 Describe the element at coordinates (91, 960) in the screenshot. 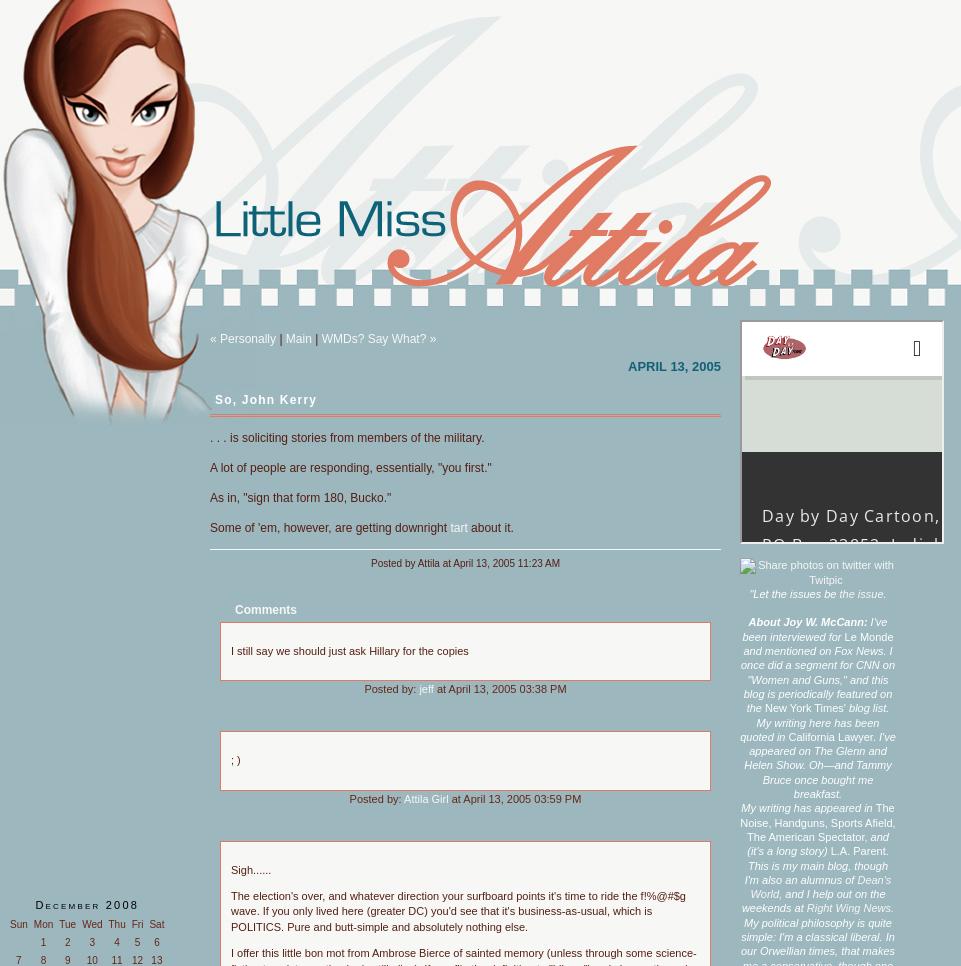

I see `'10'` at that location.